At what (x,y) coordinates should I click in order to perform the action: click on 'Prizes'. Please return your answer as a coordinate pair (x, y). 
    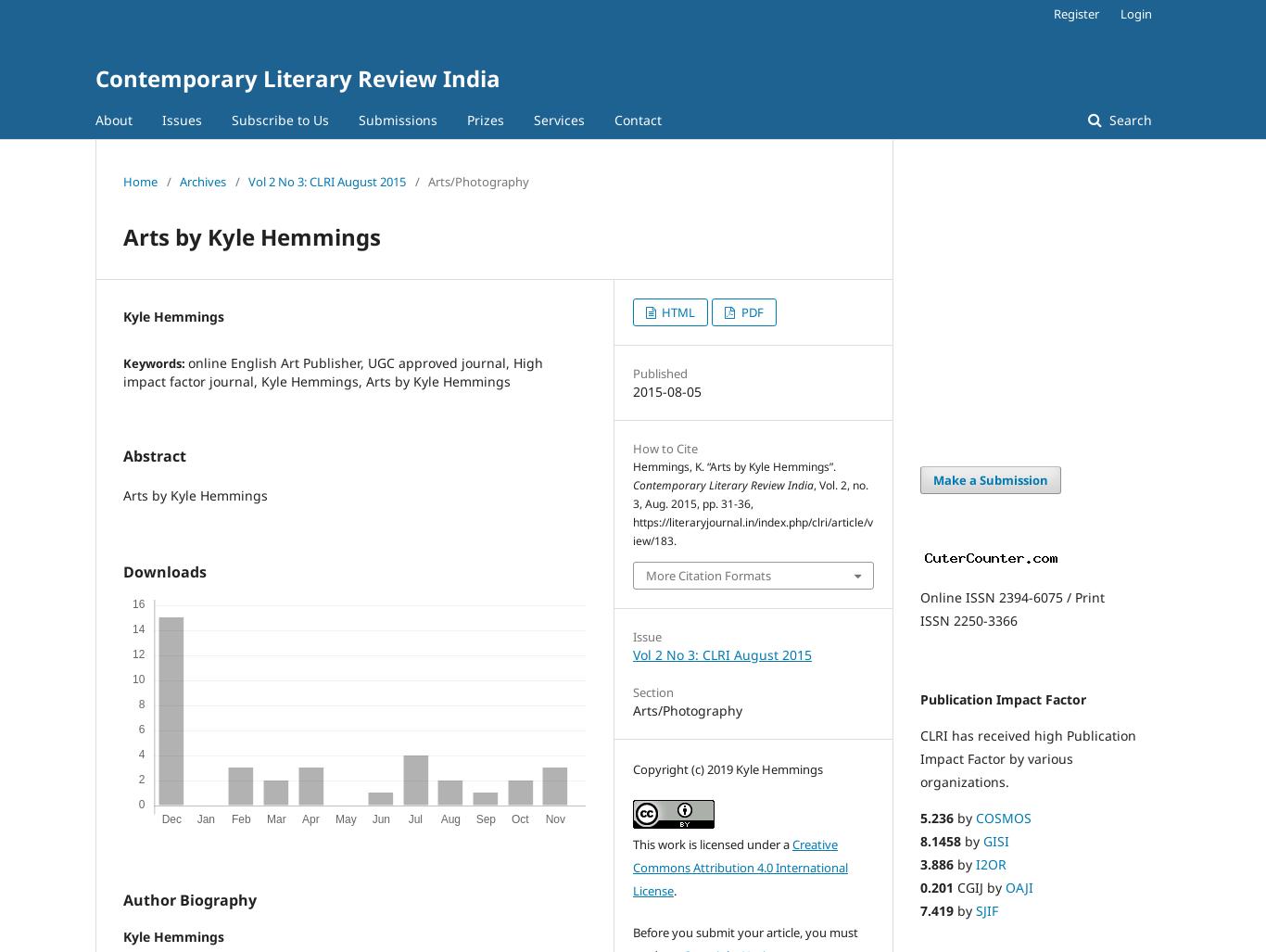
    Looking at the image, I should click on (485, 120).